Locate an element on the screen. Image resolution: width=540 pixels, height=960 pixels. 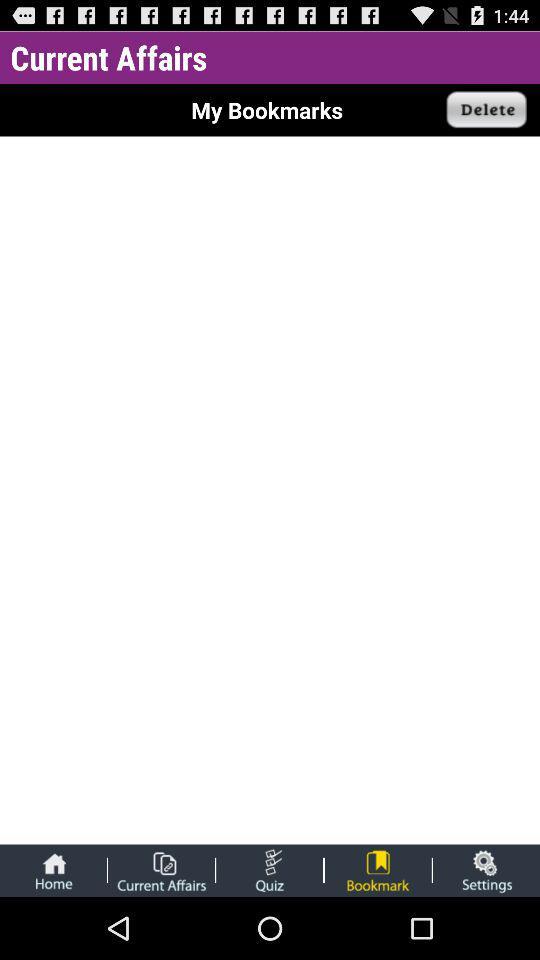
delete selection is located at coordinates (486, 110).